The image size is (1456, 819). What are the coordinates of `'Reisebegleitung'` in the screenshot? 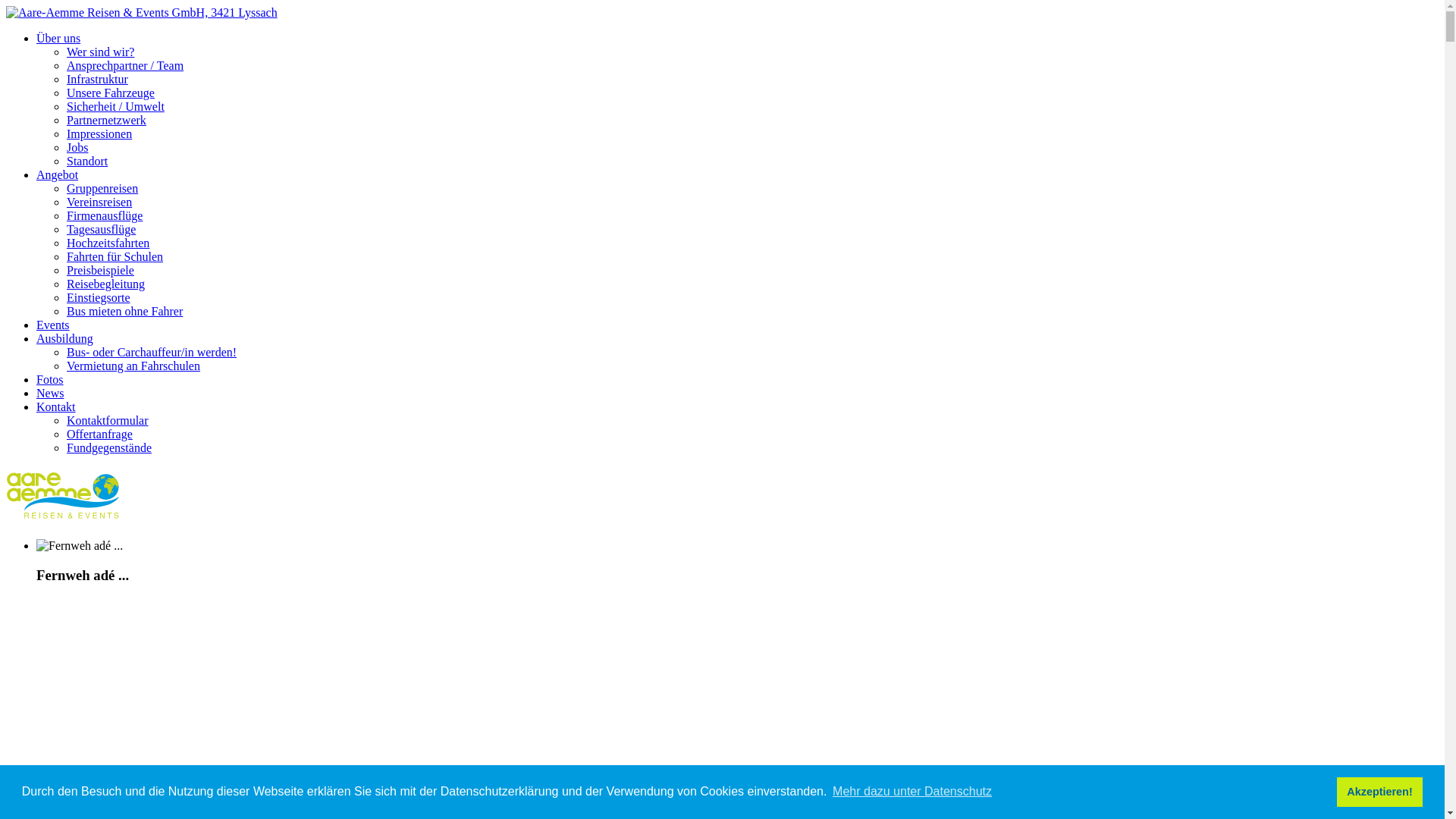 It's located at (105, 284).